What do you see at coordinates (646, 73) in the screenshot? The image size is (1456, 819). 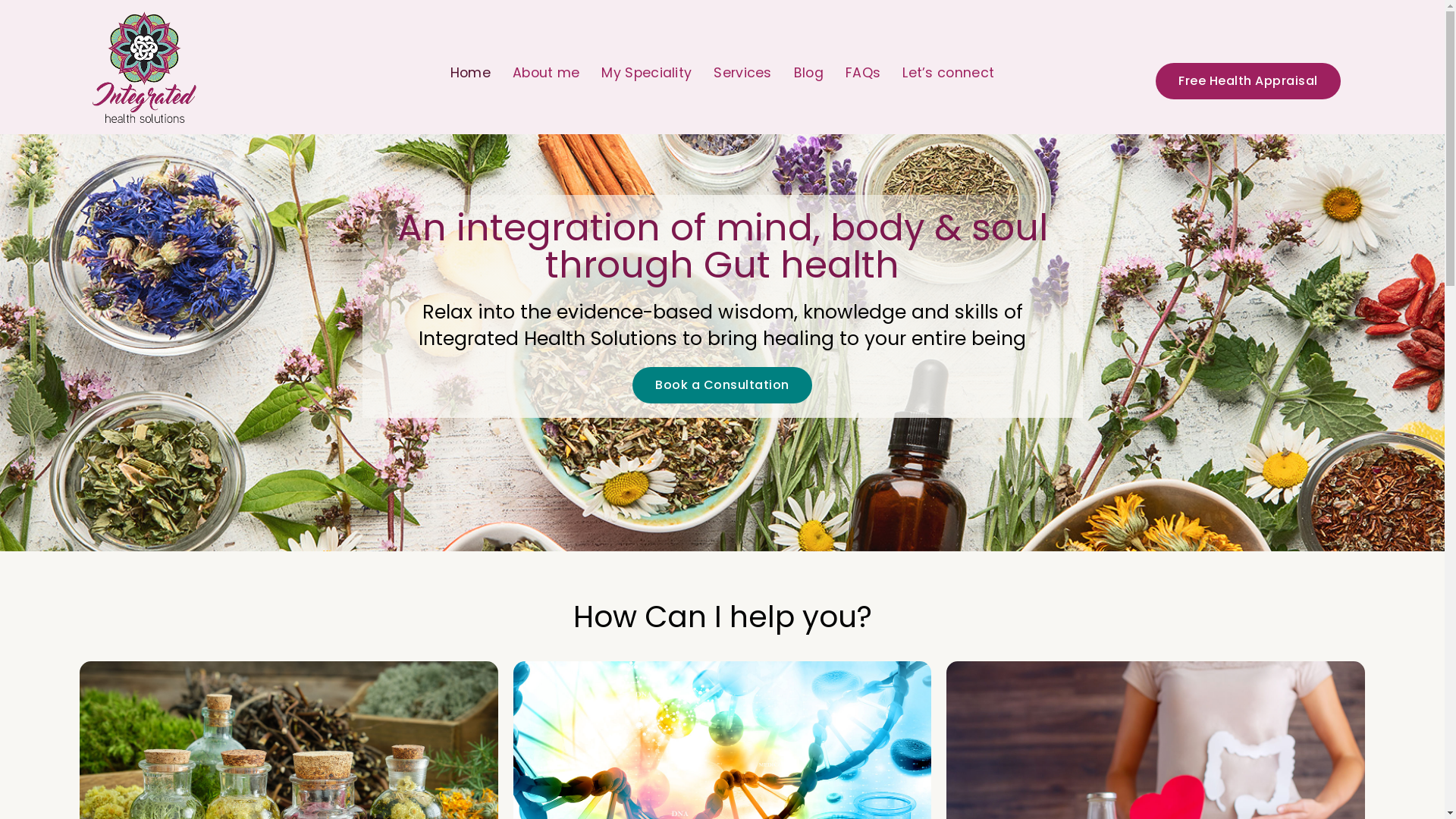 I see `'My Speciality'` at bounding box center [646, 73].